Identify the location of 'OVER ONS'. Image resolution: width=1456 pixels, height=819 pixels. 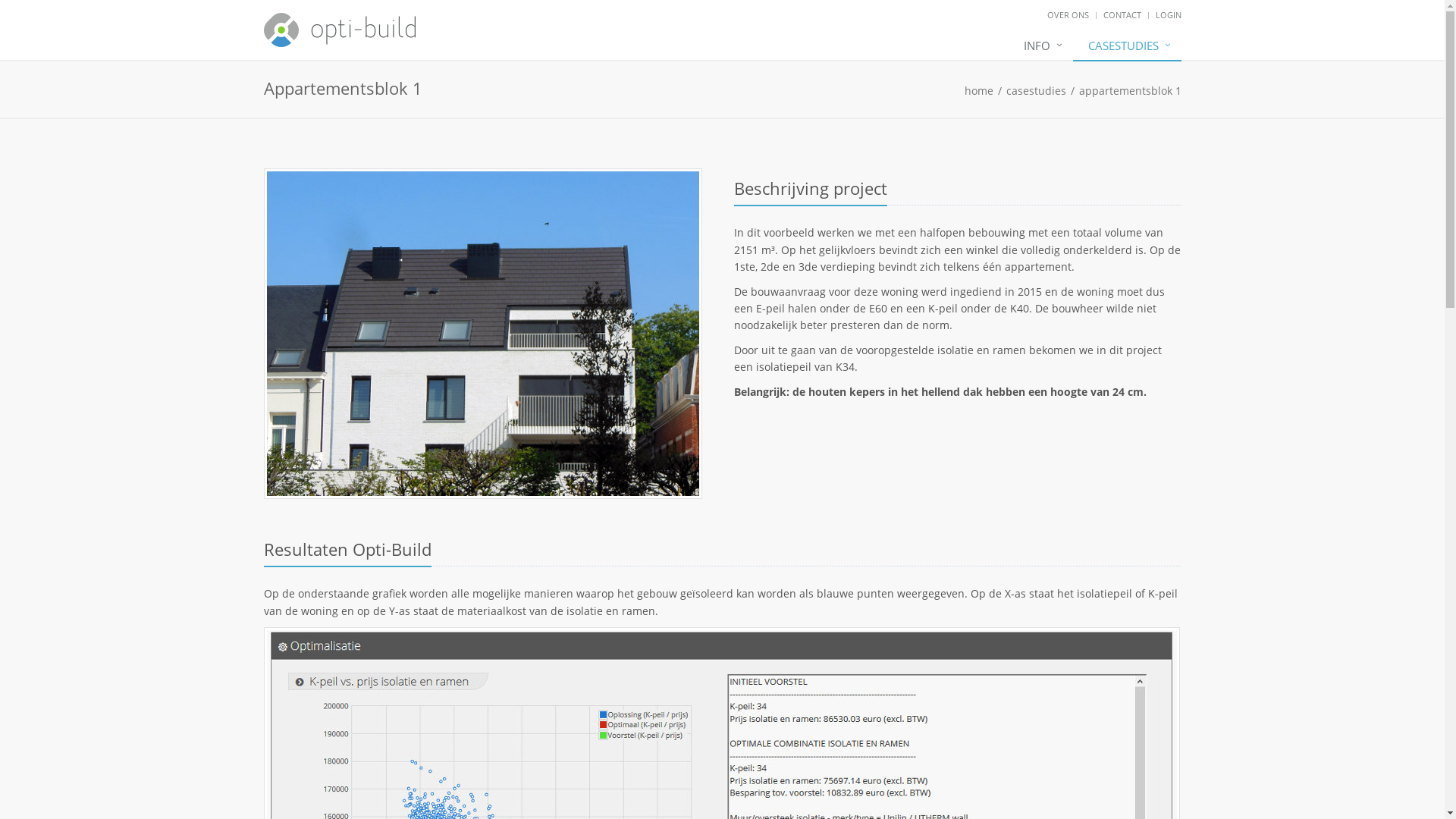
(1046, 14).